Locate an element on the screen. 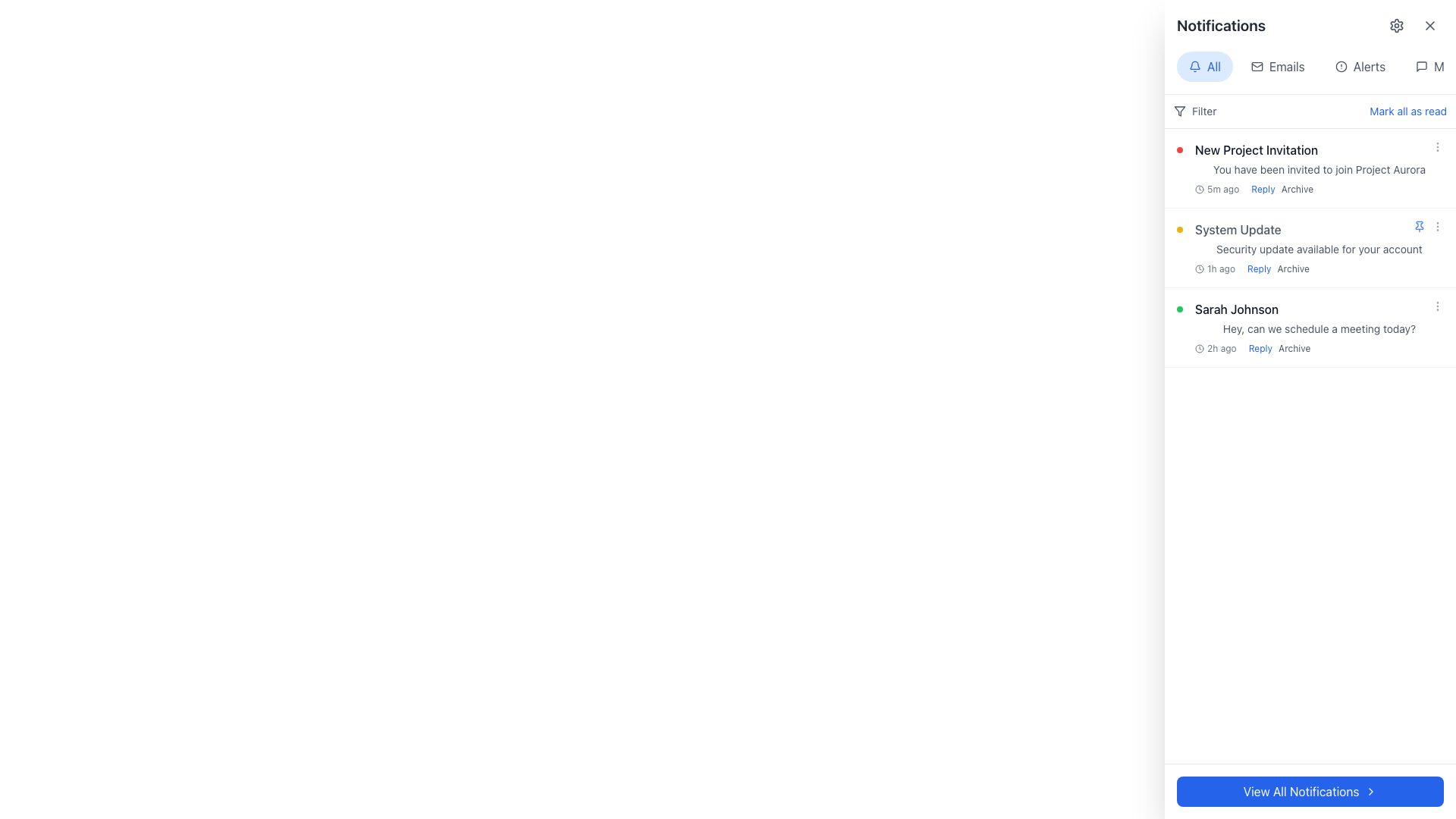 The image size is (1456, 819). the 'Archive' button in the interactive options group of the notification entry for 'Sarah Johnson' to archive the associated notification is located at coordinates (1279, 348).